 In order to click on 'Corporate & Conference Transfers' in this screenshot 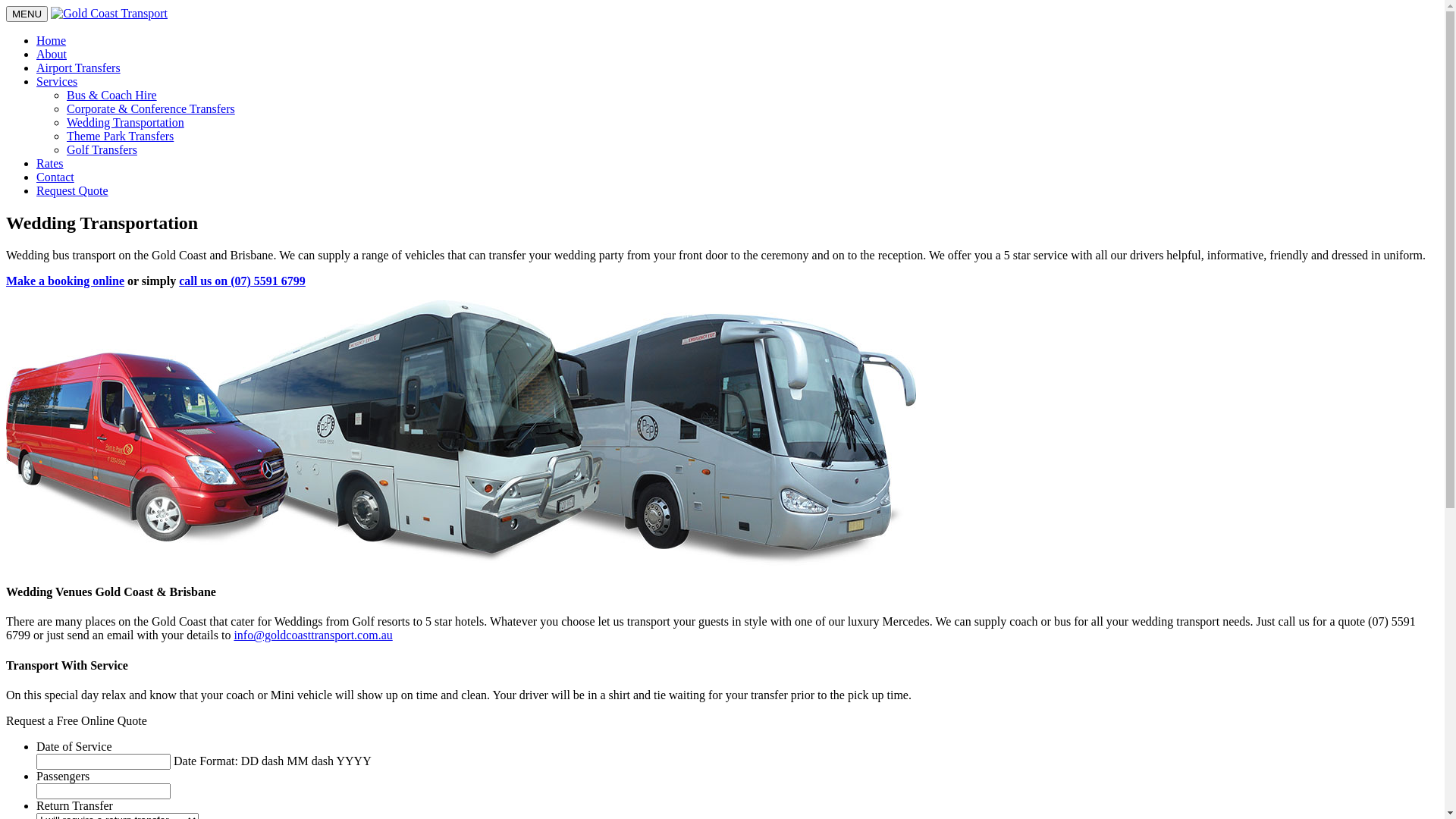, I will do `click(150, 108)`.